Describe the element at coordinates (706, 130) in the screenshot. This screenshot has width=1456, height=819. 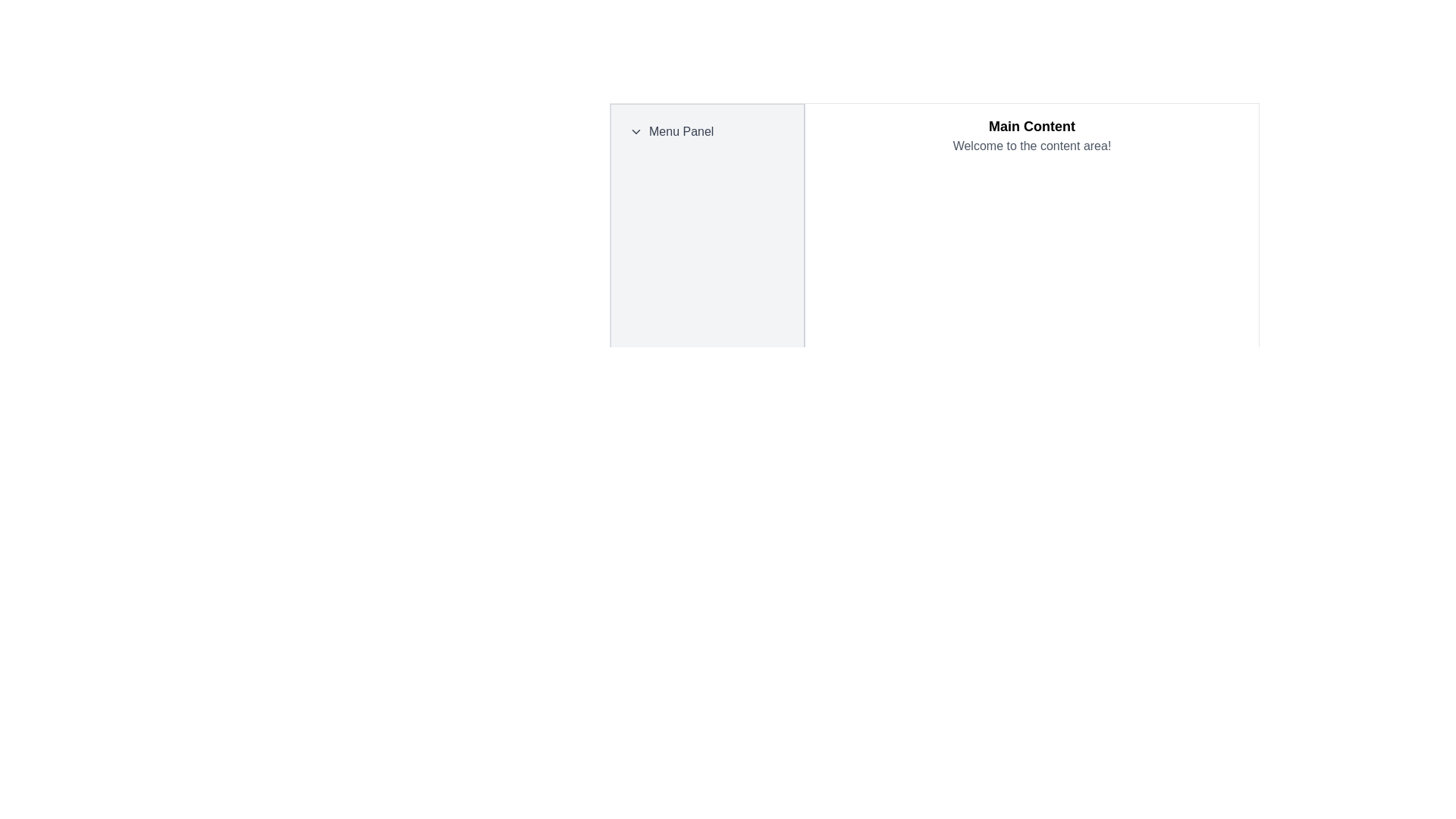
I see `the 'Menu Panel' collapsible menu header` at that location.